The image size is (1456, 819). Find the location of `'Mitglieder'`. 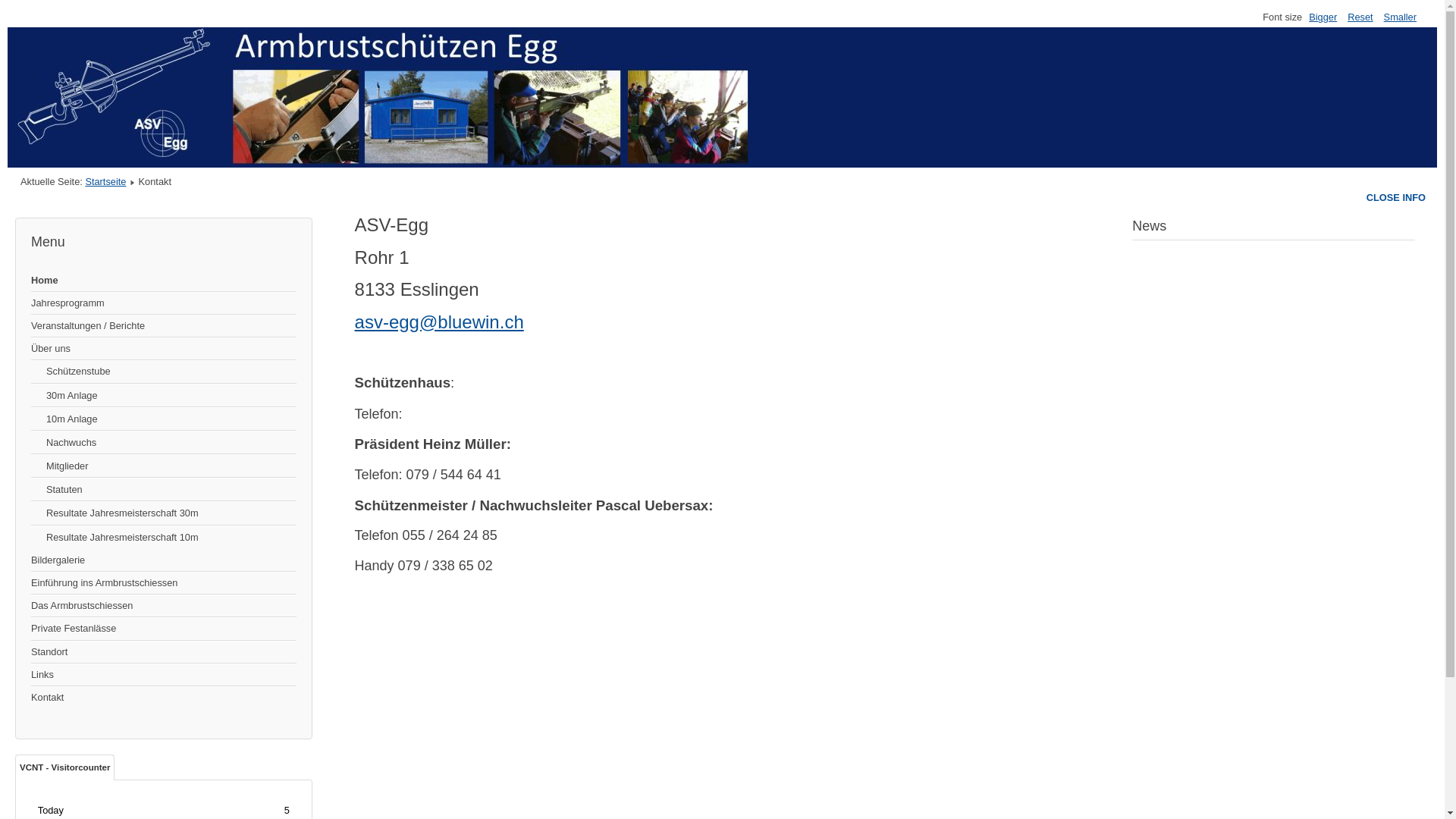

'Mitglieder' is located at coordinates (164, 465).